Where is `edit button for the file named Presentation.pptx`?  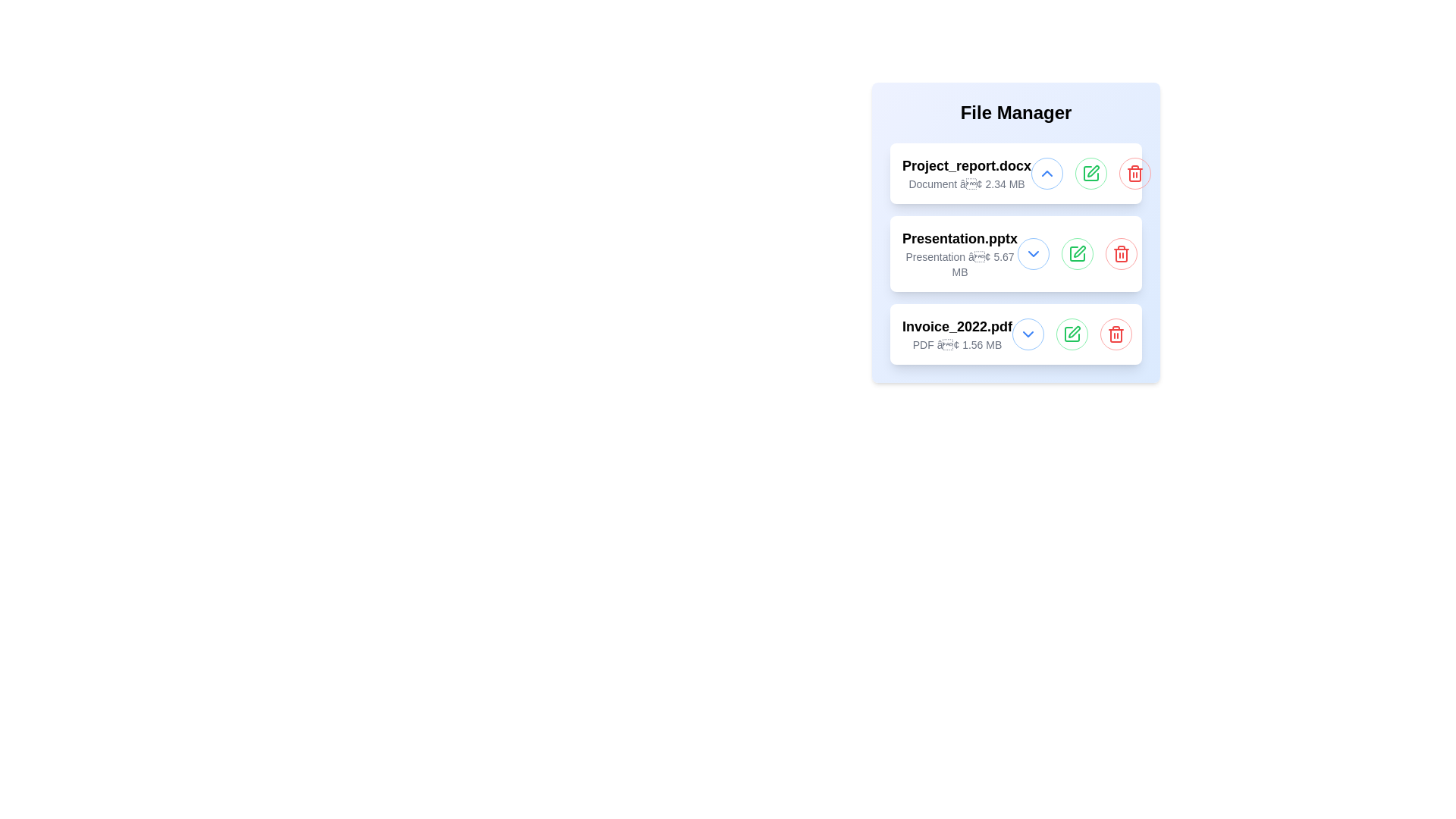 edit button for the file named Presentation.pptx is located at coordinates (1076, 253).